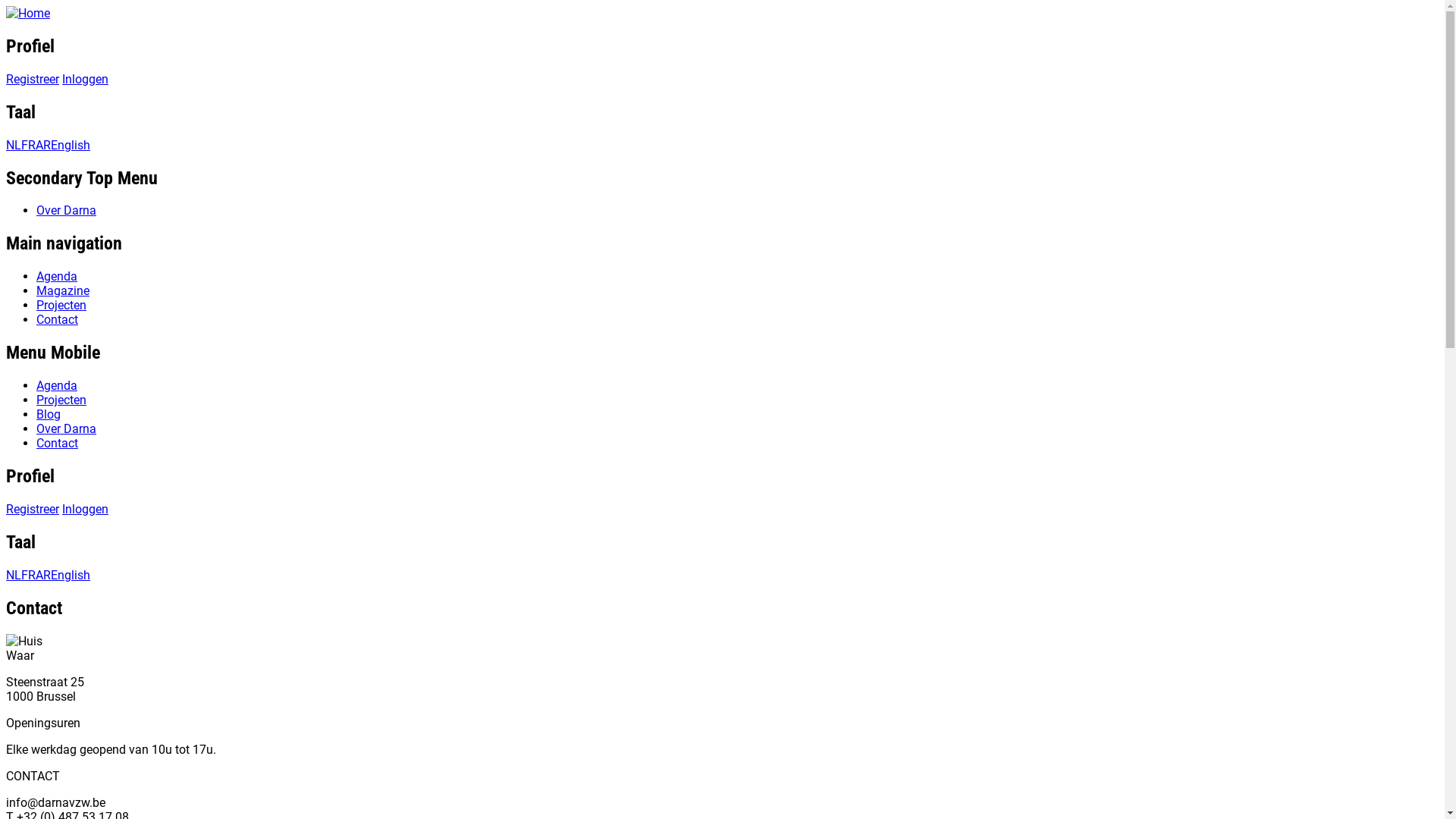 The height and width of the screenshot is (819, 1456). What do you see at coordinates (36, 443) in the screenshot?
I see `'Contact'` at bounding box center [36, 443].